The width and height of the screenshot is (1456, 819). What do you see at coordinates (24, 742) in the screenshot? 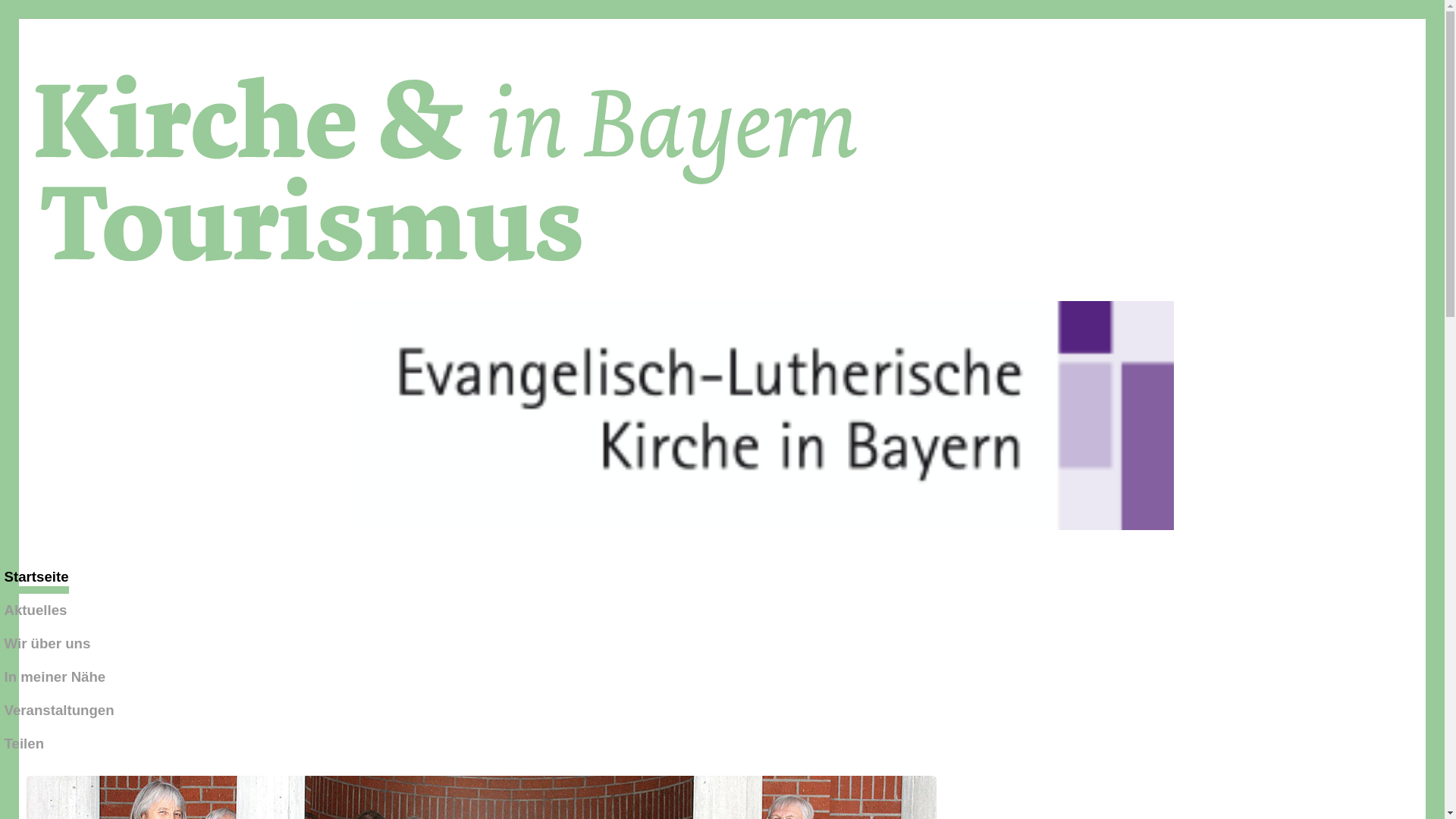
I see `'Teilen'` at bounding box center [24, 742].